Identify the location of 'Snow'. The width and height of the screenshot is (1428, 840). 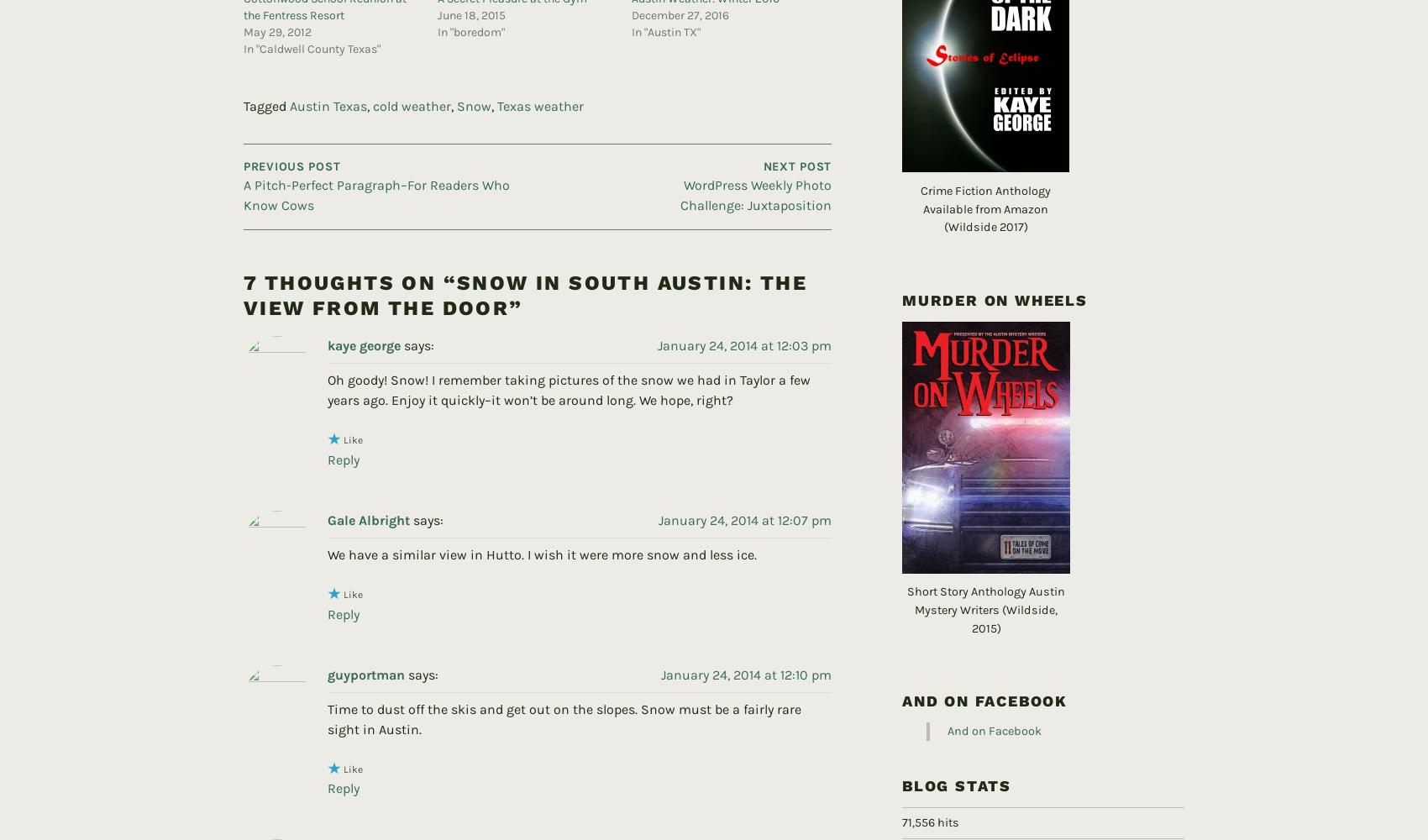
(473, 77).